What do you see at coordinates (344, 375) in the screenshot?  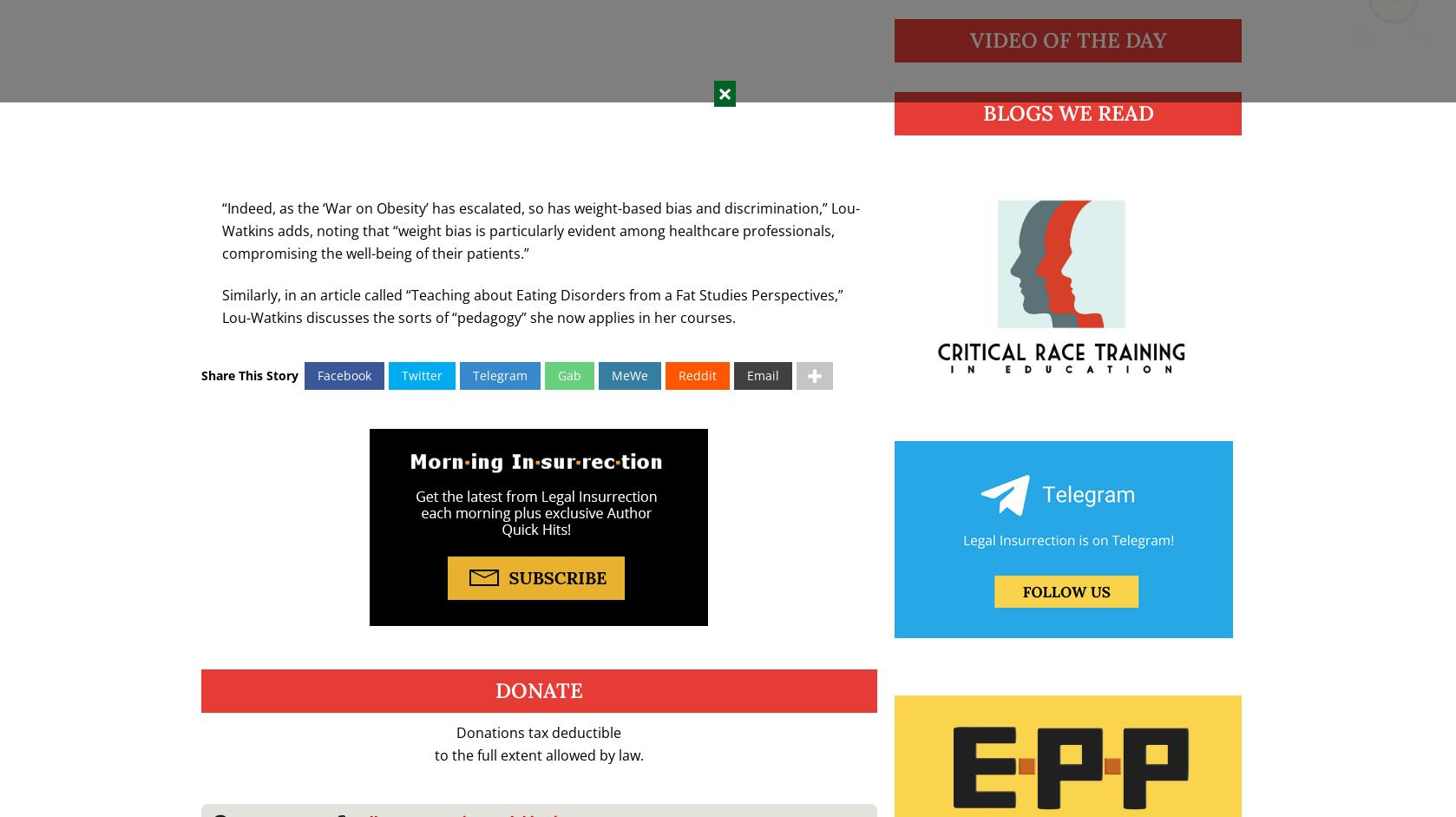 I see `'Facebook'` at bounding box center [344, 375].